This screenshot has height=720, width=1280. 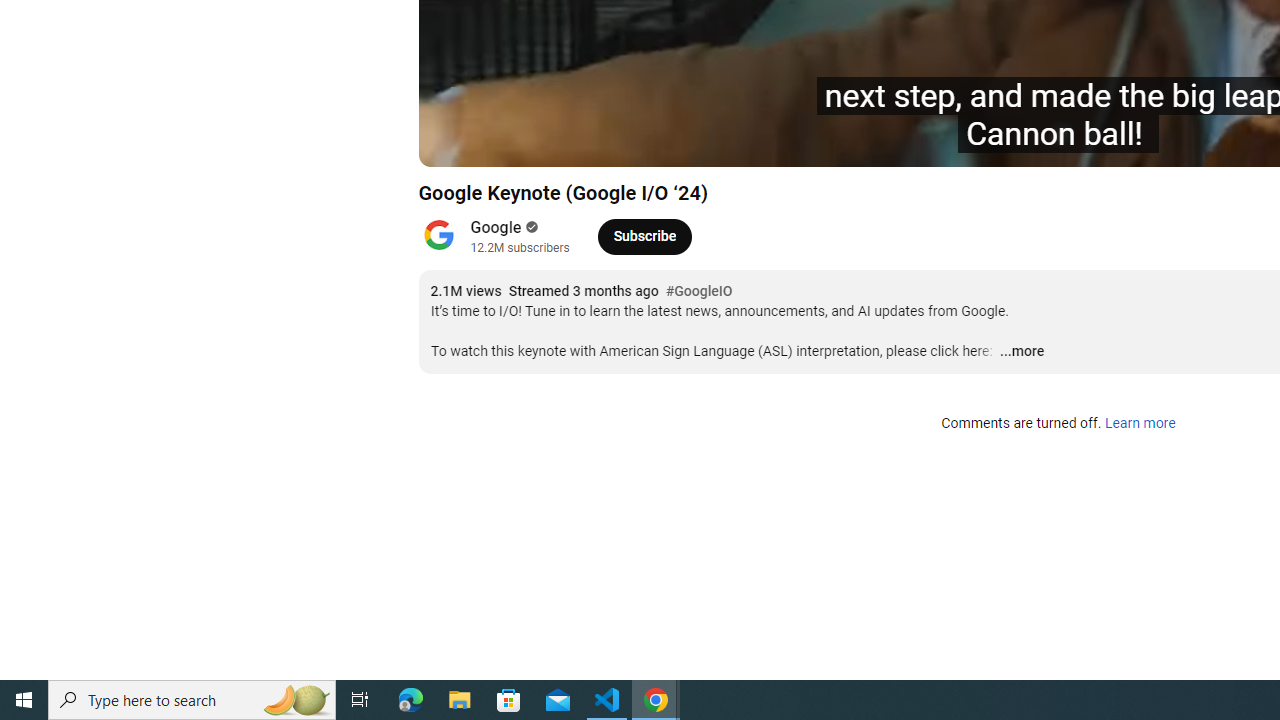 I want to click on '...more', so click(x=1021, y=351).